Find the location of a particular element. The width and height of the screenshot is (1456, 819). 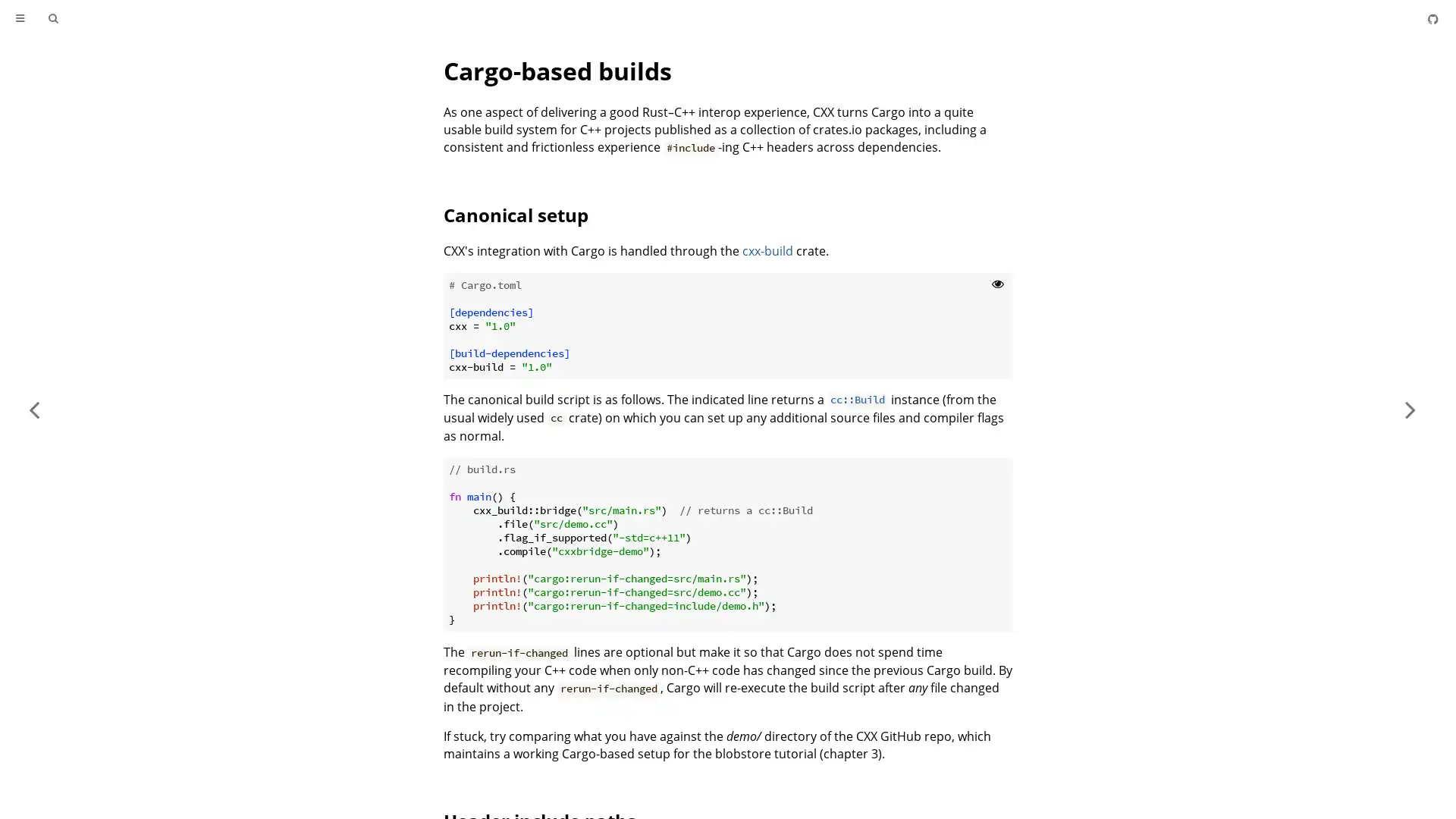

Show hidden lines is located at coordinates (997, 283).